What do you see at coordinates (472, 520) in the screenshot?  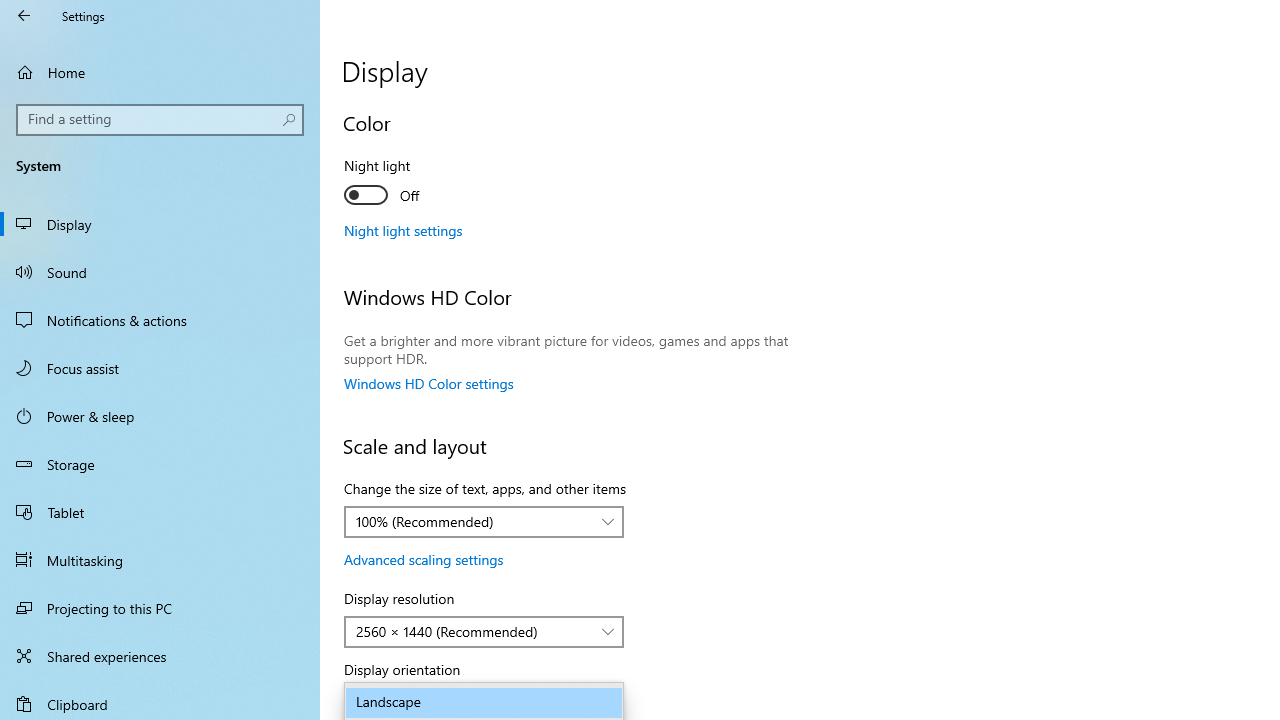 I see `'100% (Recommended)'` at bounding box center [472, 520].